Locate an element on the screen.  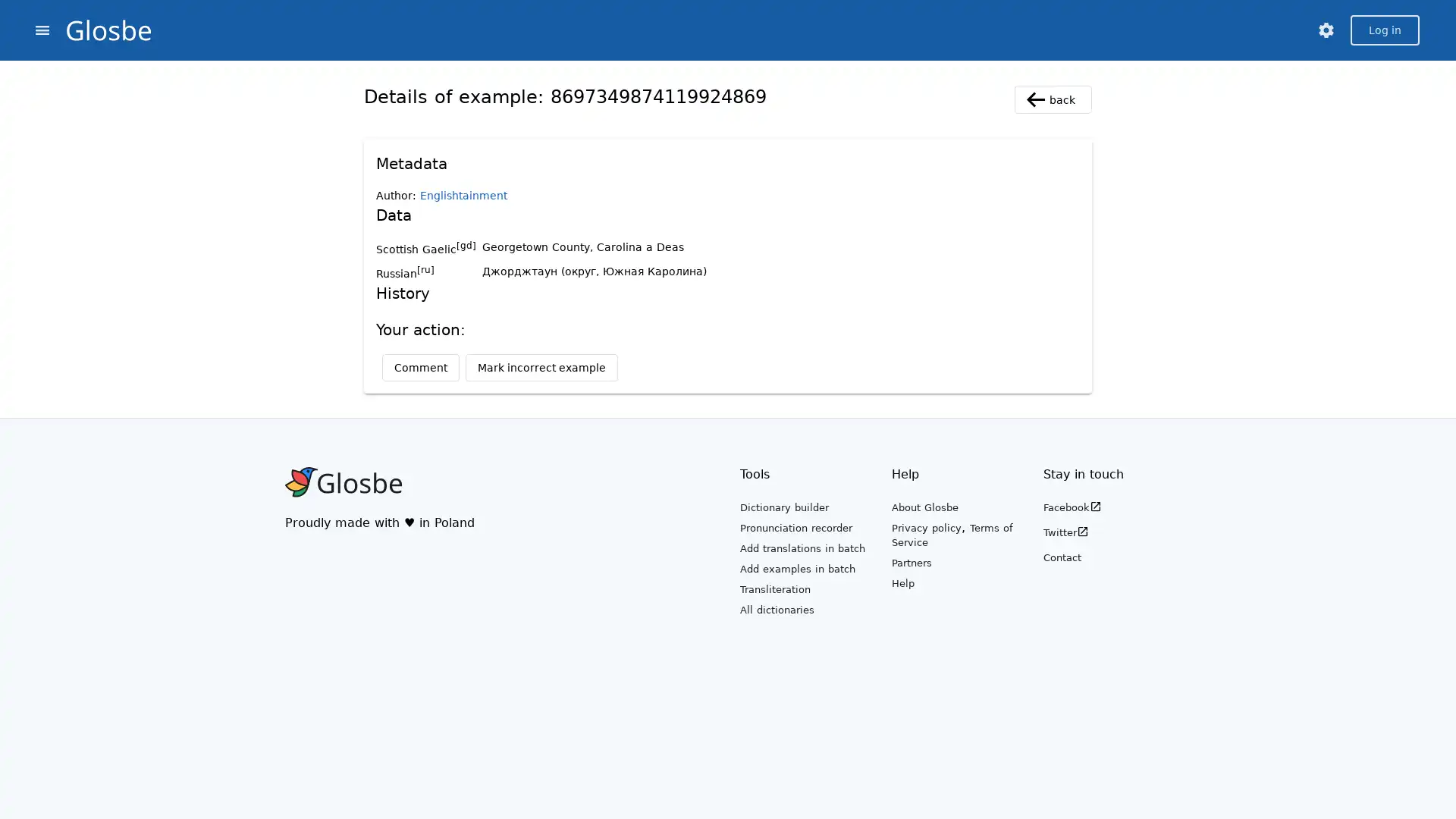
back is located at coordinates (1052, 99).